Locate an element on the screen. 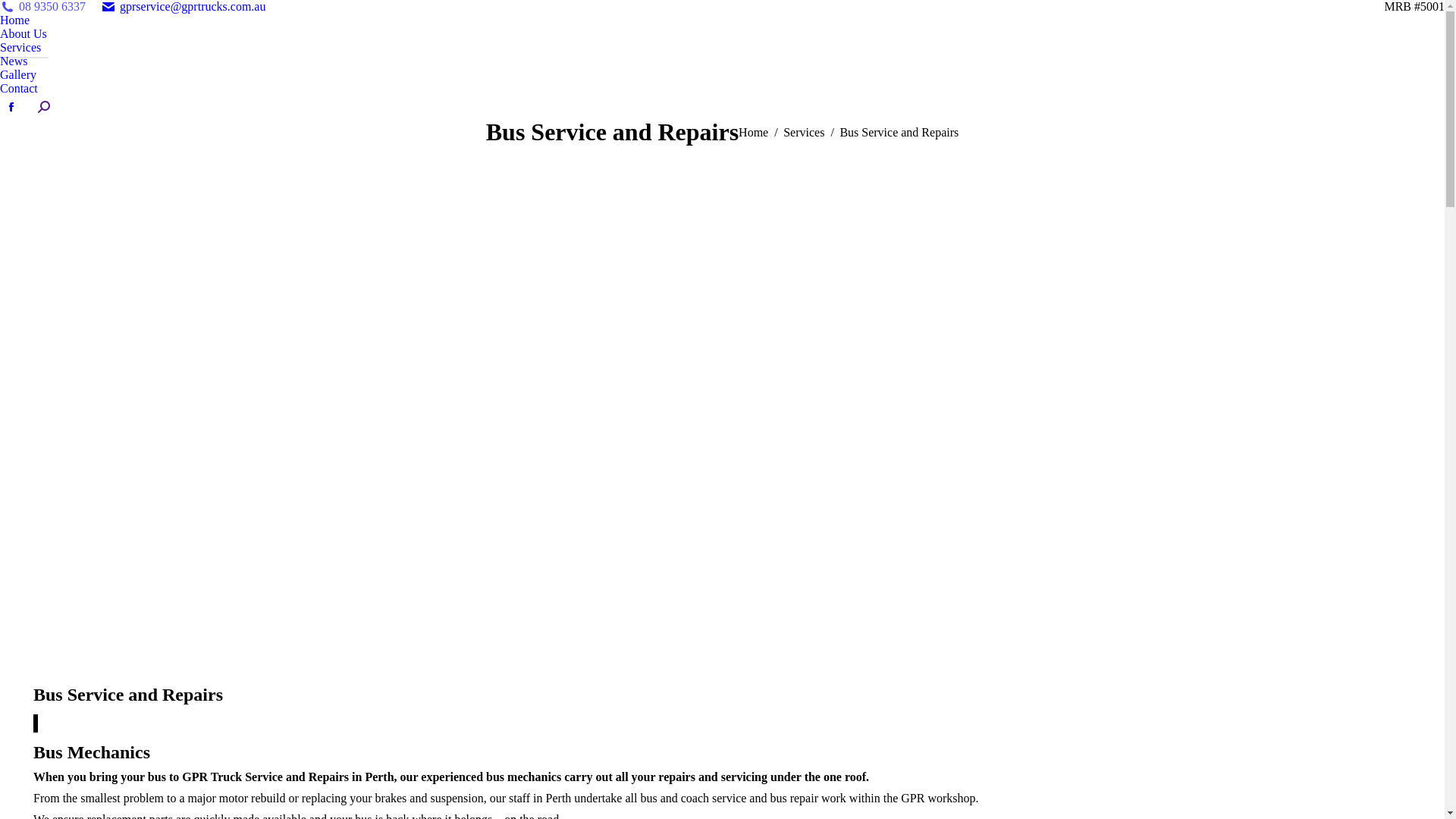 Image resolution: width=1456 pixels, height=819 pixels. 'gprservice@gprtrucks.com.au' is located at coordinates (182, 6).